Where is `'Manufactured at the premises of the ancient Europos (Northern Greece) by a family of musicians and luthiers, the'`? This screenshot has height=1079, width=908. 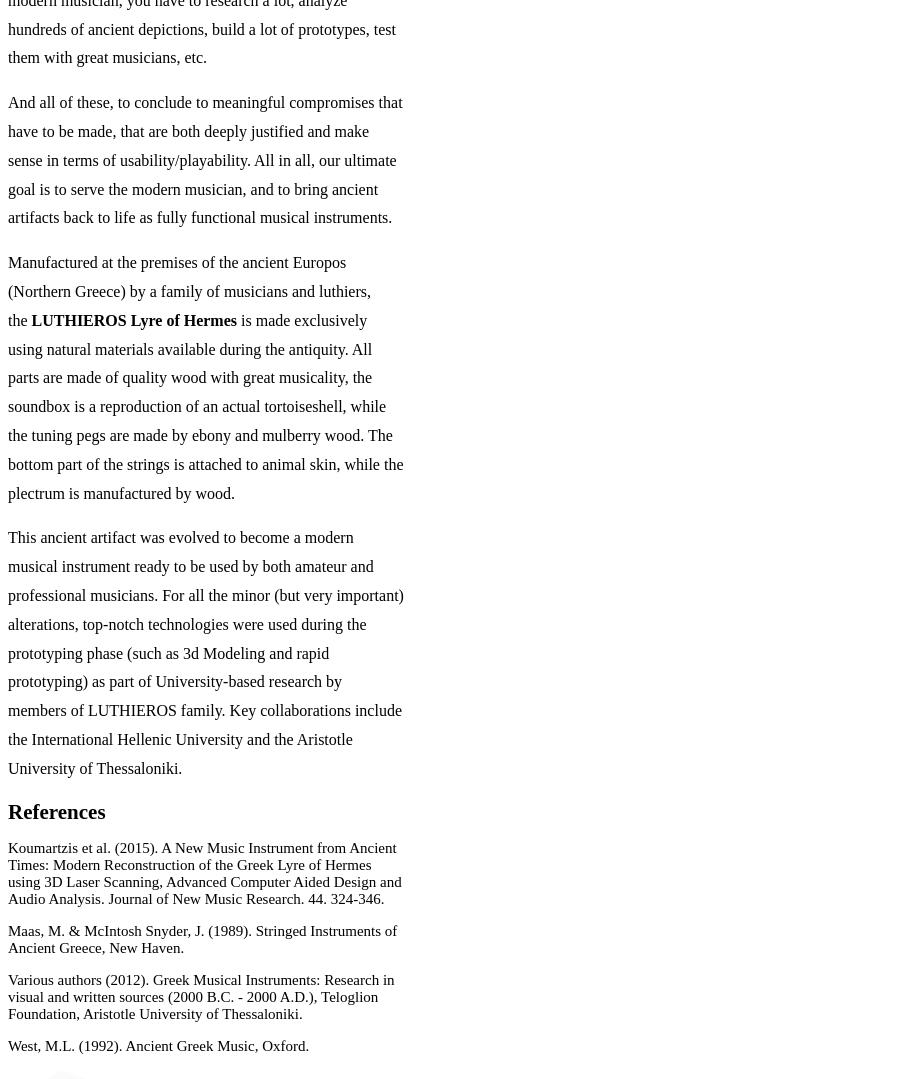 'Manufactured at the premises of the ancient Europos (Northern Greece) by a family of musicians and luthiers, the' is located at coordinates (187, 290).